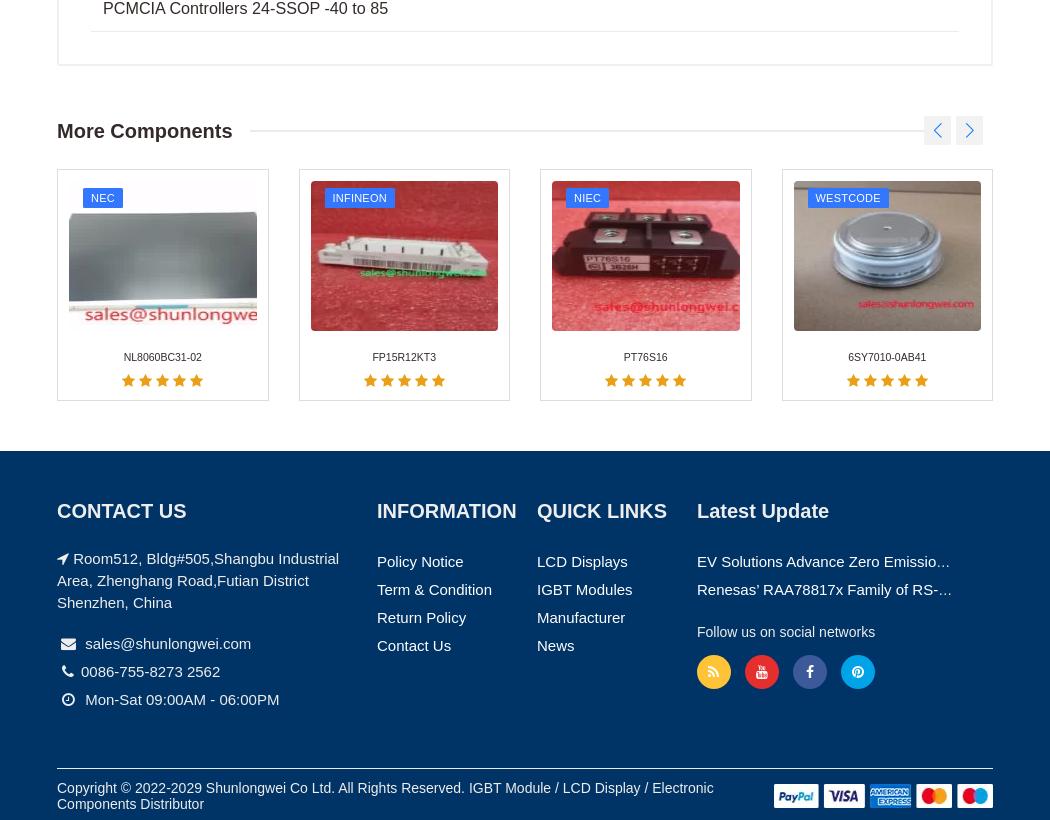 This screenshot has height=820, width=1050. I want to click on 'Mon-Sat 09:00AM - 06:00PM', so click(179, 270).